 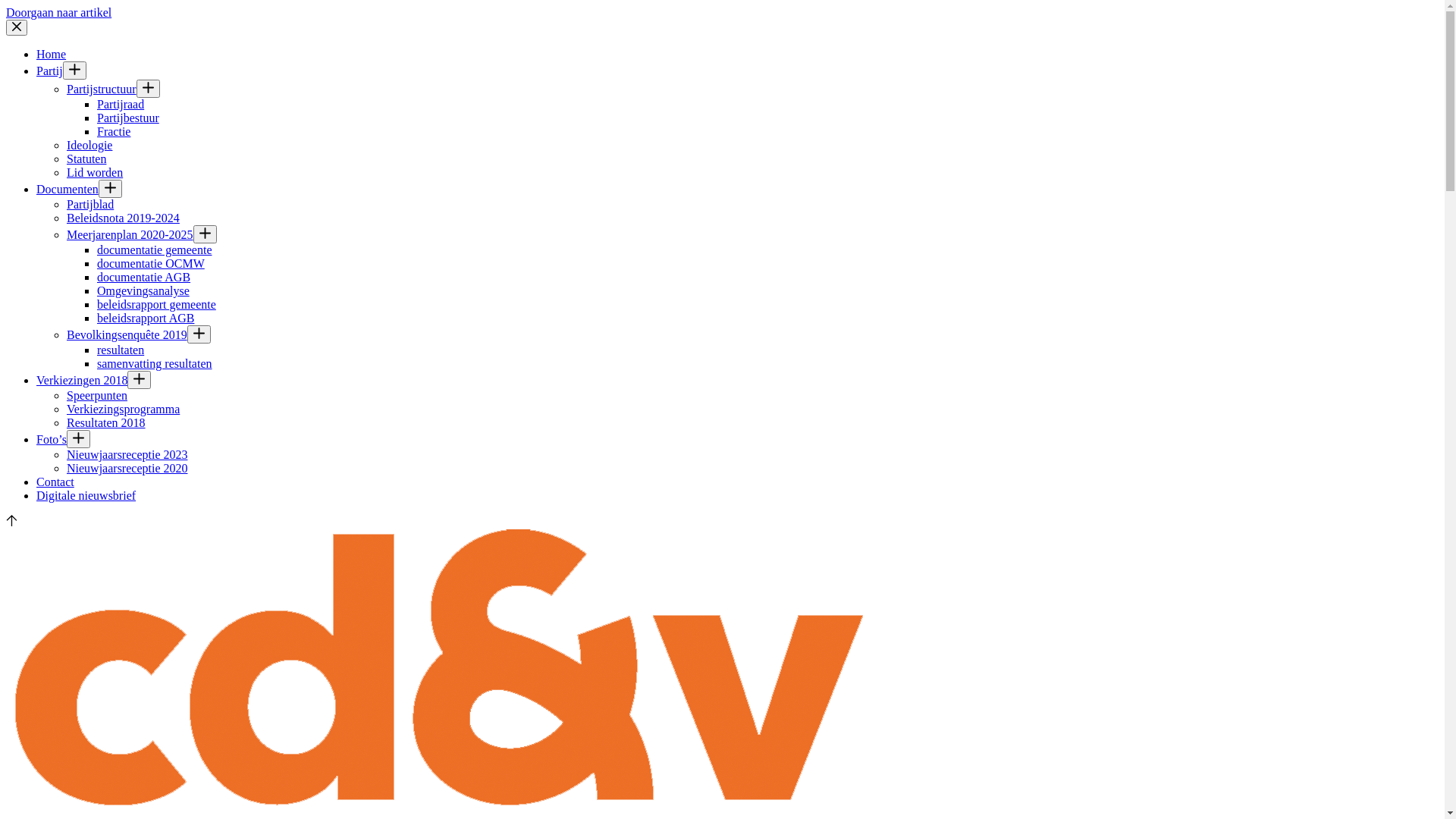 What do you see at coordinates (155, 363) in the screenshot?
I see `'samenvatting resultaten'` at bounding box center [155, 363].